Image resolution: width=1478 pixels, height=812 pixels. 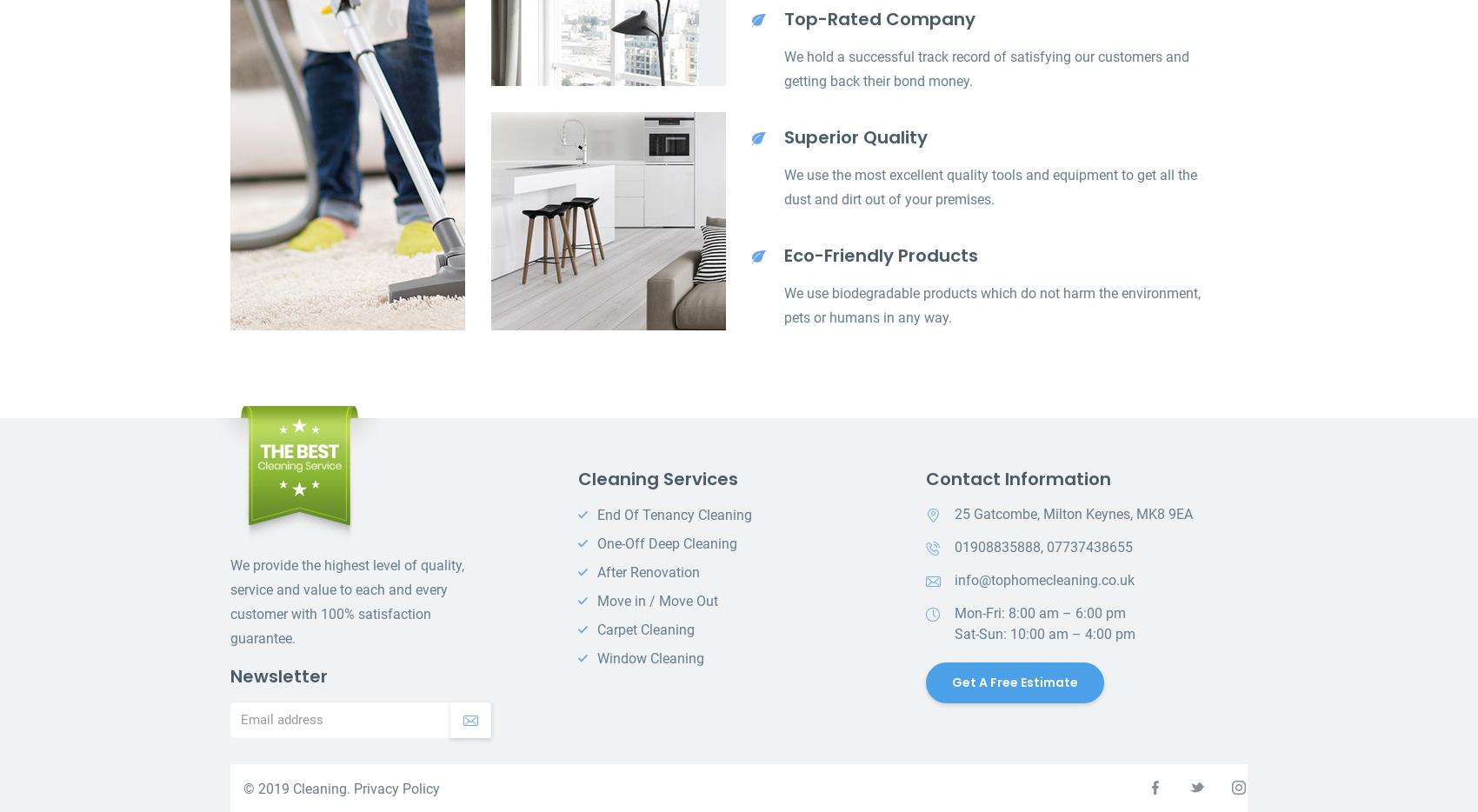 I want to click on 'We provide the highest level of quality, service and value to each and every customer with 100% satisfaction guarantee.', so click(x=346, y=601).